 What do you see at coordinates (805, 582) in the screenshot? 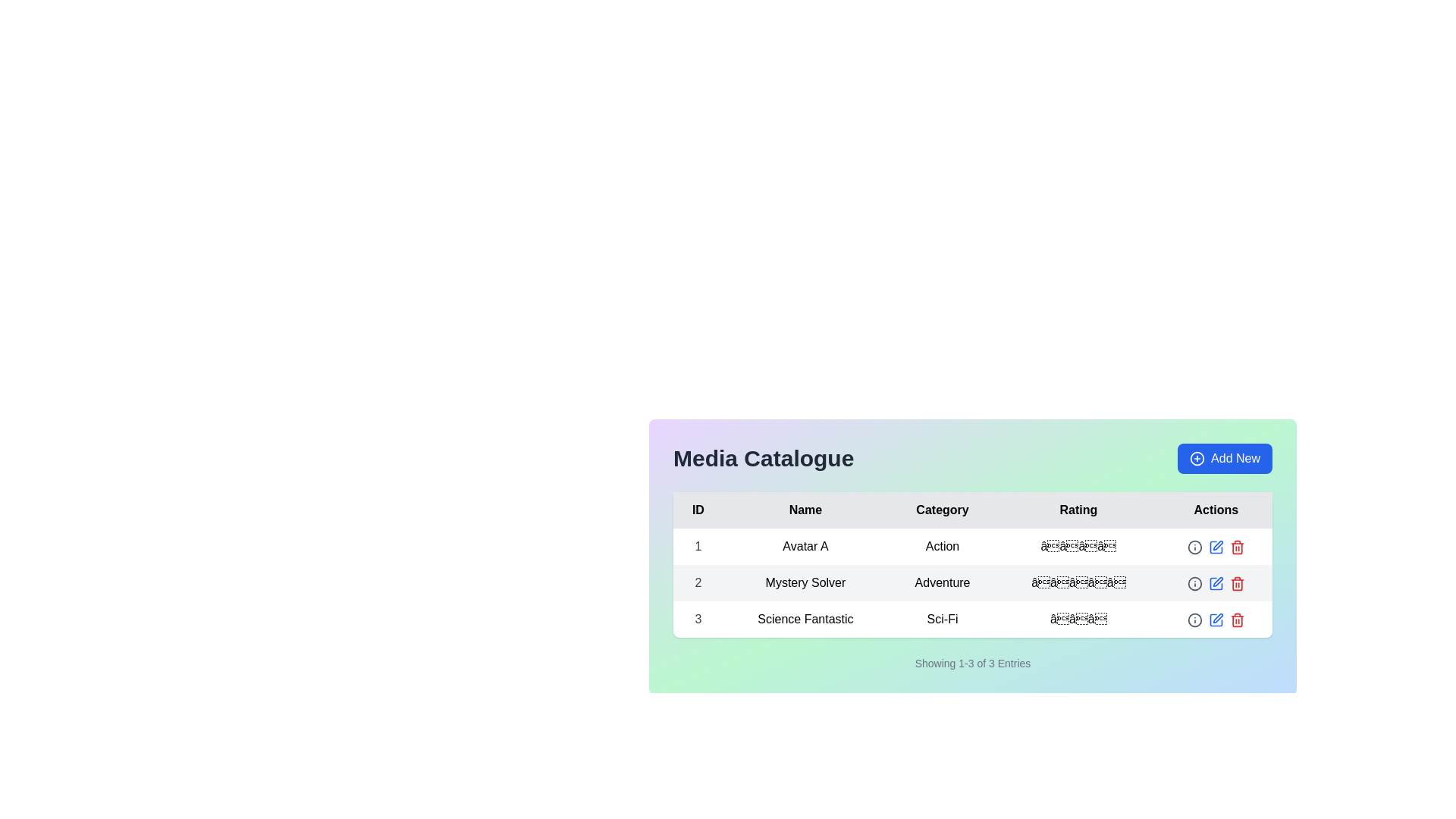
I see `the Table Cell Text in the second row under the 'Name' column of the 'Media Catalogue'` at bounding box center [805, 582].